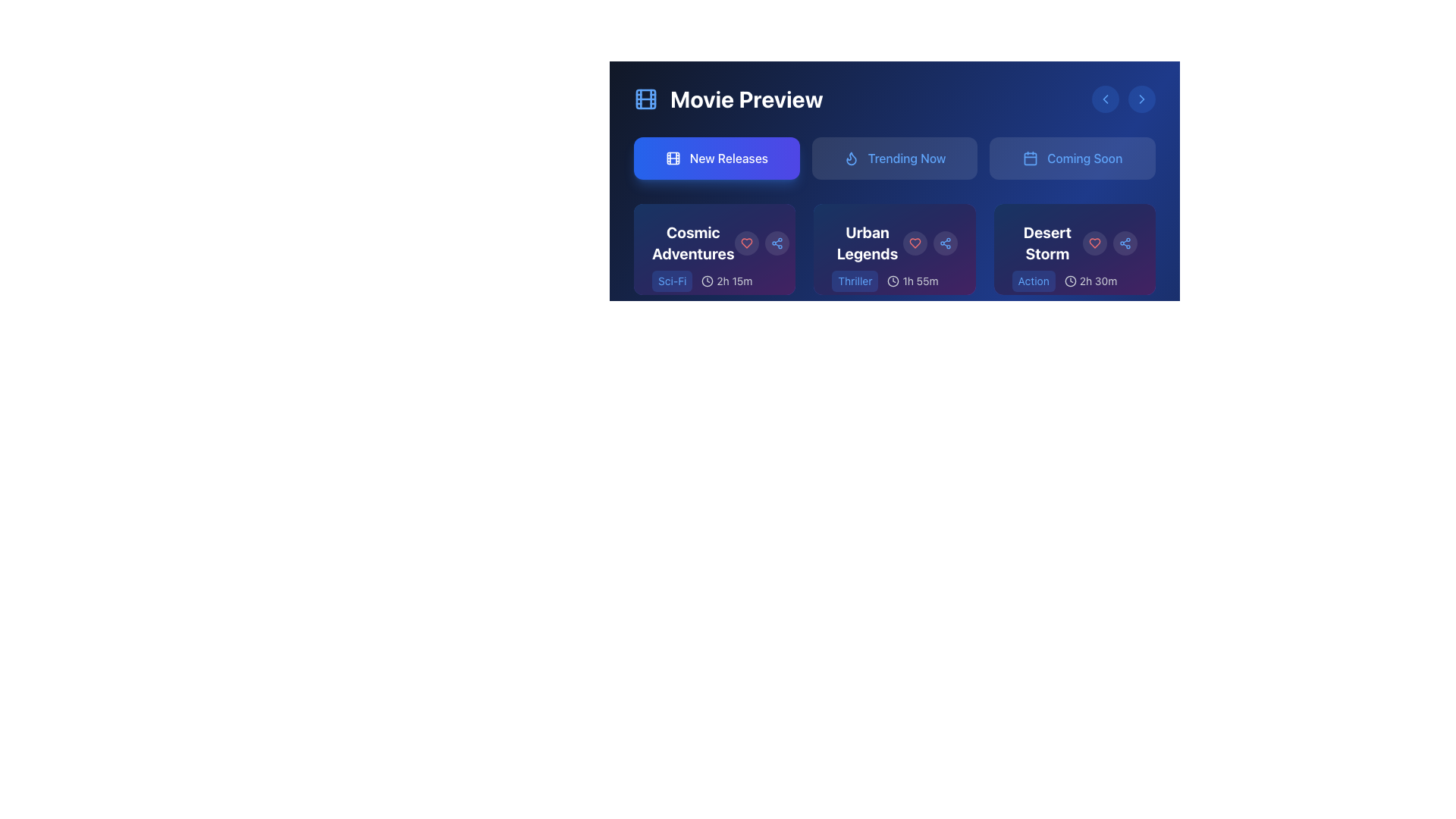 This screenshot has width=1456, height=819. What do you see at coordinates (746, 242) in the screenshot?
I see `the red outlined heart icon indicating the 'favorite' or 'like' feature` at bounding box center [746, 242].